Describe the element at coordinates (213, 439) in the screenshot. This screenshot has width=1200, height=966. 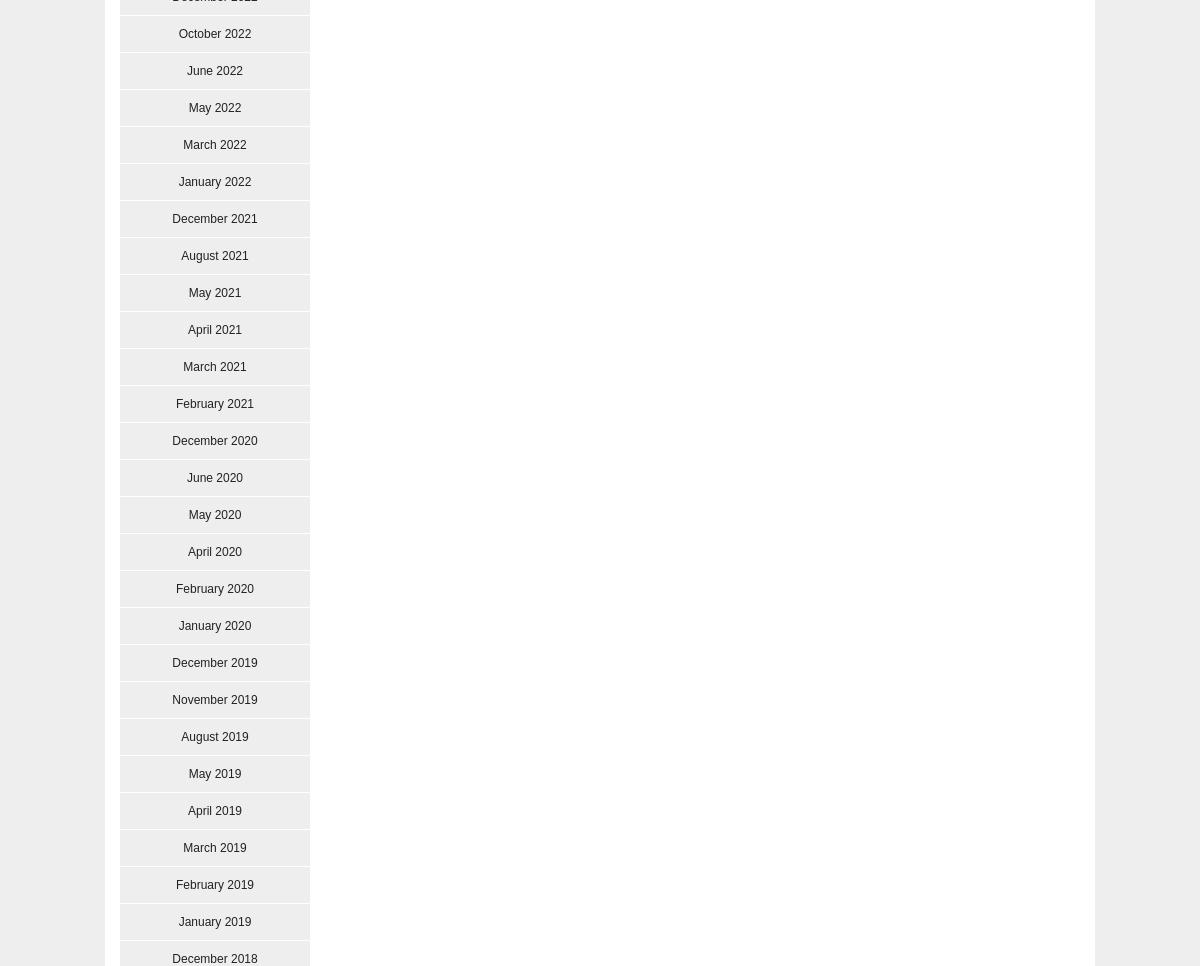
I see `'December 2020'` at that location.